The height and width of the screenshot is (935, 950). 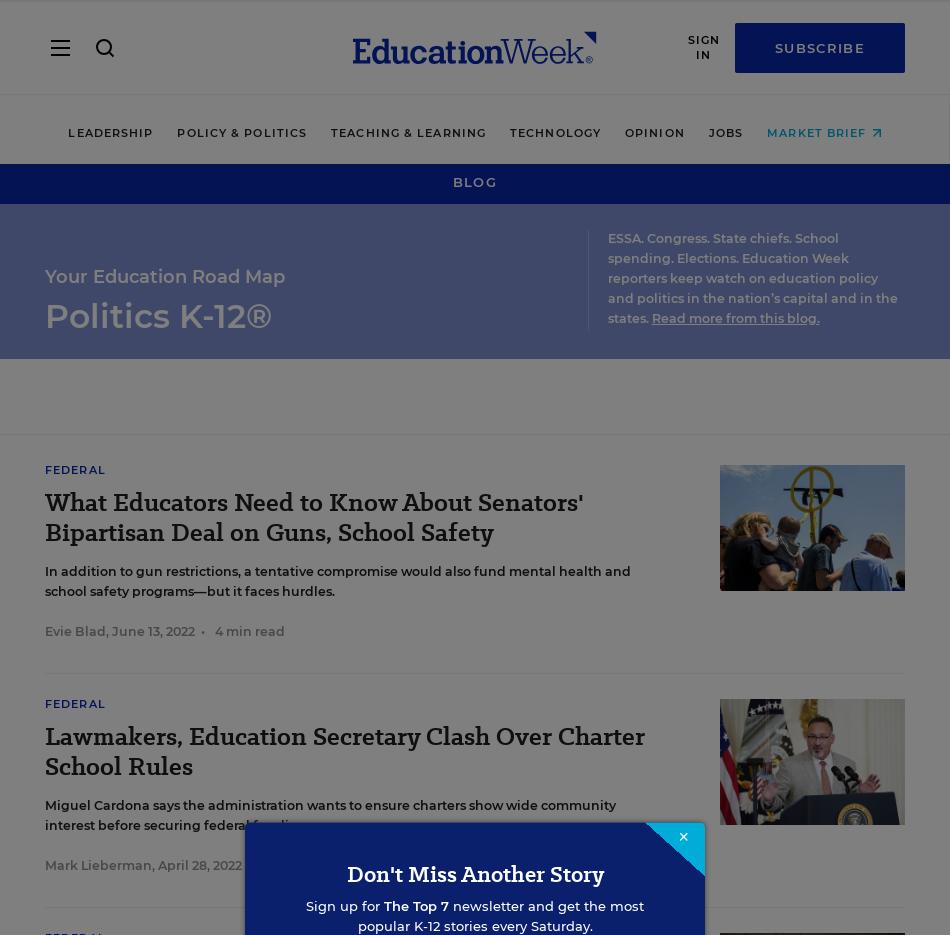 I want to click on 'June 13, 2022', so click(x=112, y=630).